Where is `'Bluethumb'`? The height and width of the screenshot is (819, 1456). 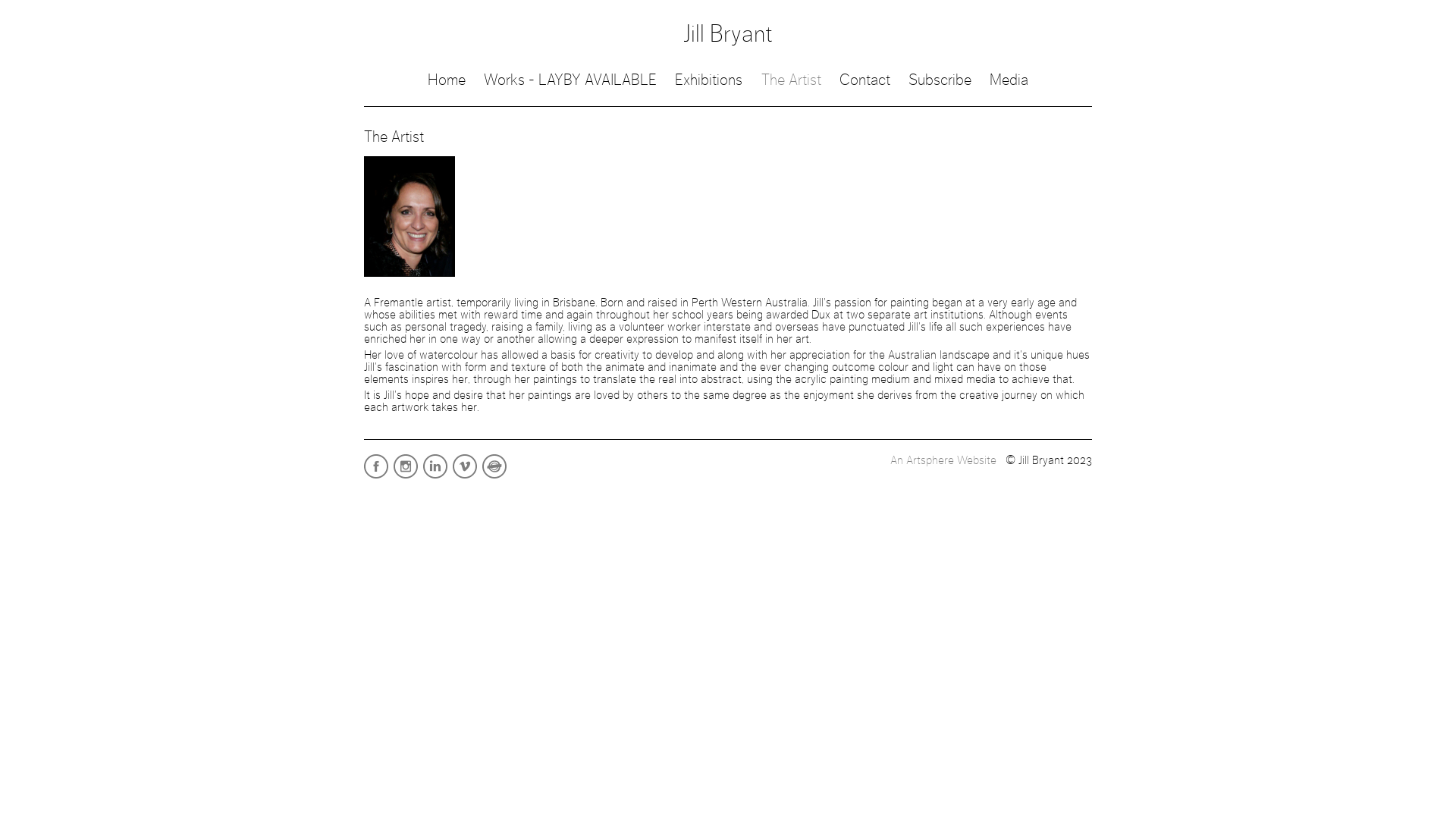 'Bluethumb' is located at coordinates (481, 476).